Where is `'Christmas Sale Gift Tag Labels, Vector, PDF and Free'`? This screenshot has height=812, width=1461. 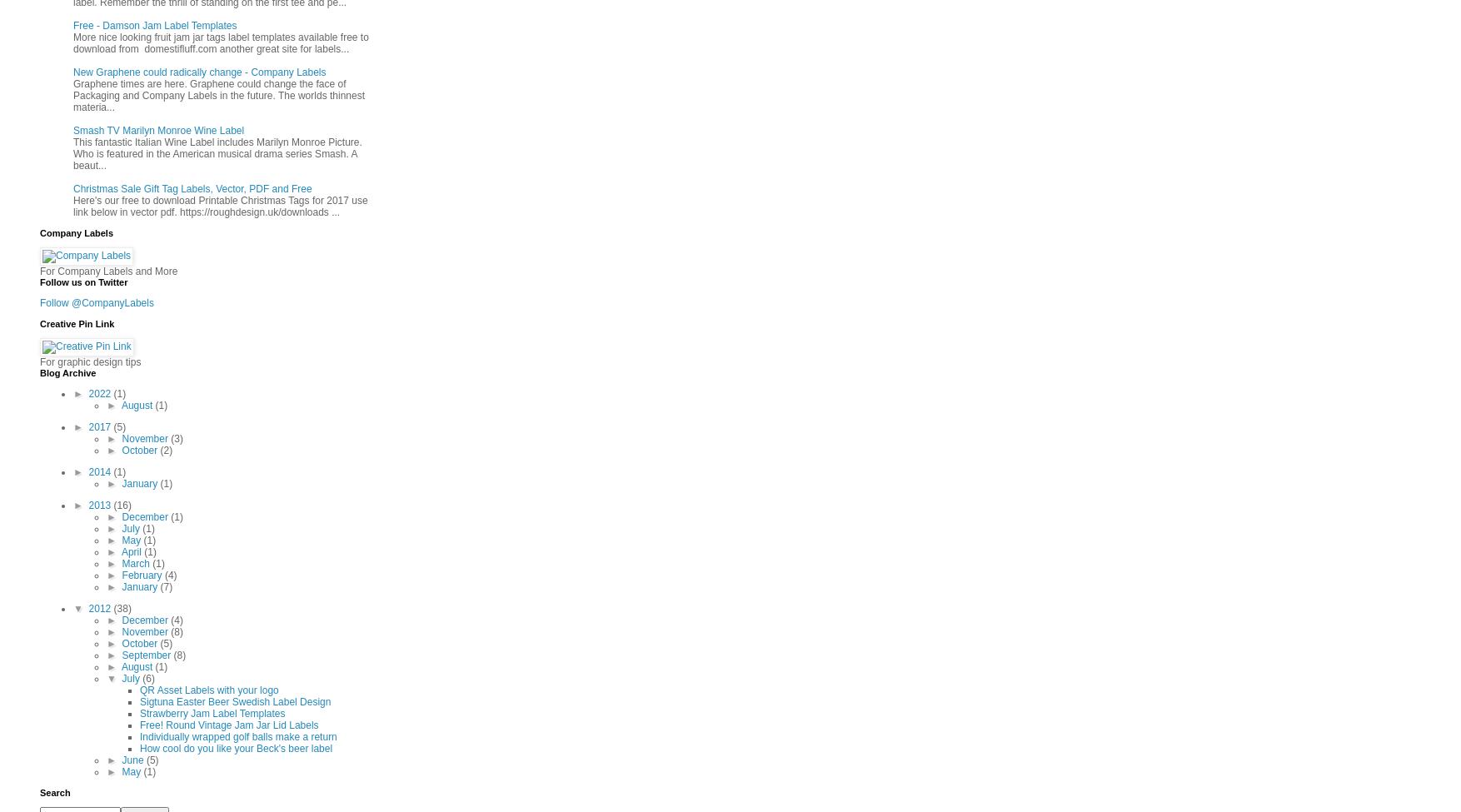 'Christmas Sale Gift Tag Labels, Vector, PDF and Free' is located at coordinates (192, 188).